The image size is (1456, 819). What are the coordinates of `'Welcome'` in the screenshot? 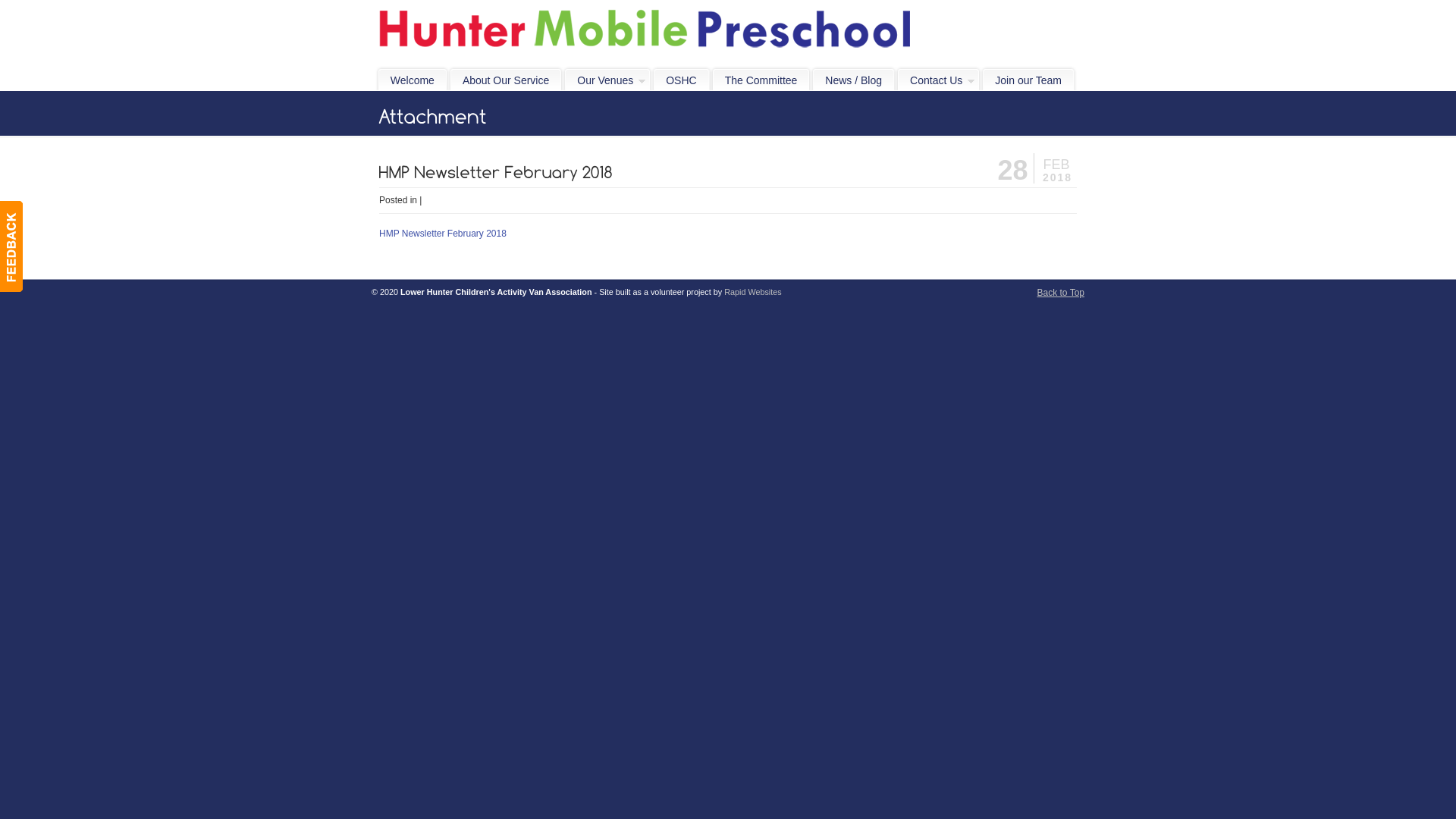 It's located at (412, 80).